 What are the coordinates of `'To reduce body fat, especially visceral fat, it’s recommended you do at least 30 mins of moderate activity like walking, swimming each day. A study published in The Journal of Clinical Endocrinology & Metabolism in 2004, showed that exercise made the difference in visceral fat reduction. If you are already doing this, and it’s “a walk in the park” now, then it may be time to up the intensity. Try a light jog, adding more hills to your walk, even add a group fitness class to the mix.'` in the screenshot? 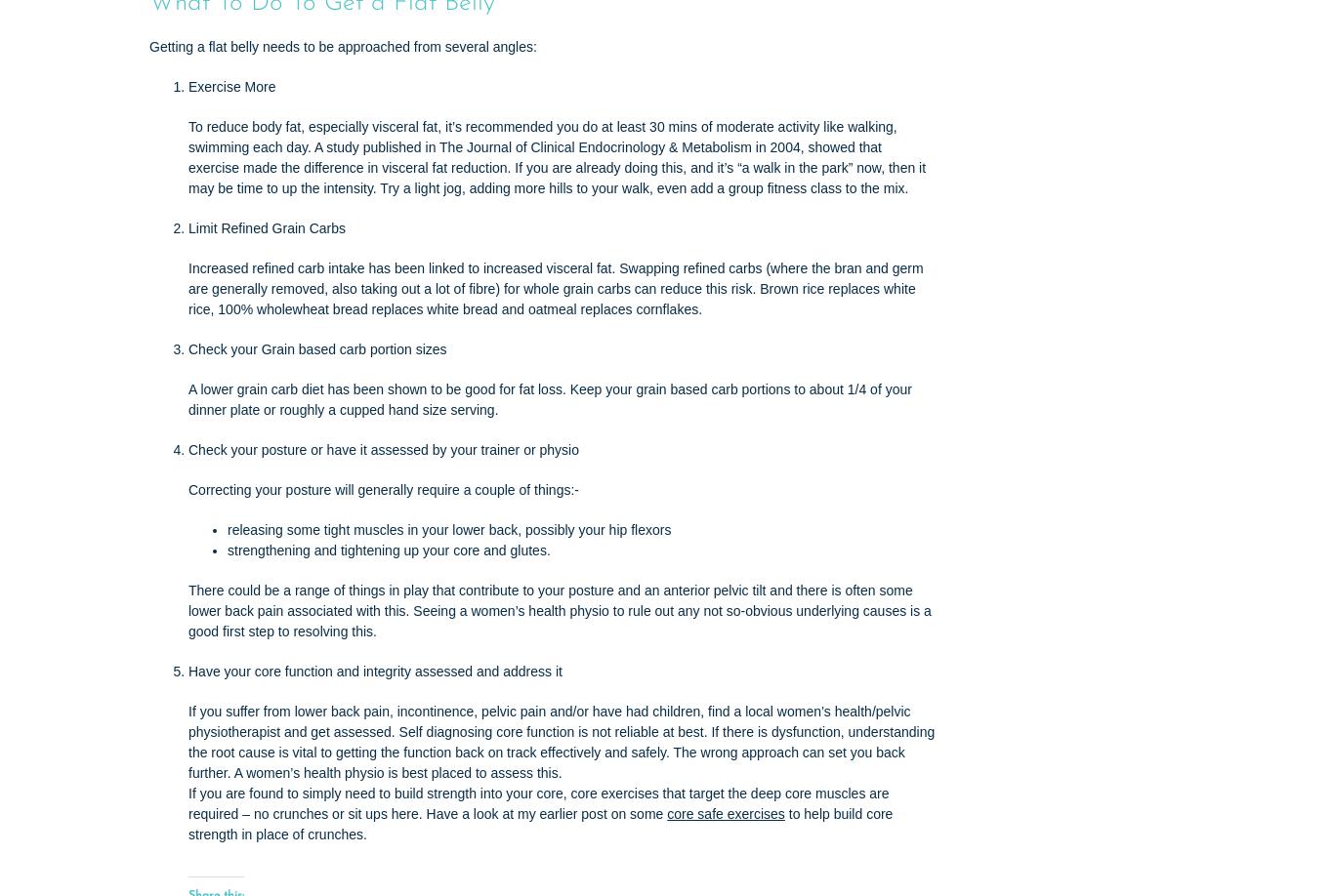 It's located at (556, 157).